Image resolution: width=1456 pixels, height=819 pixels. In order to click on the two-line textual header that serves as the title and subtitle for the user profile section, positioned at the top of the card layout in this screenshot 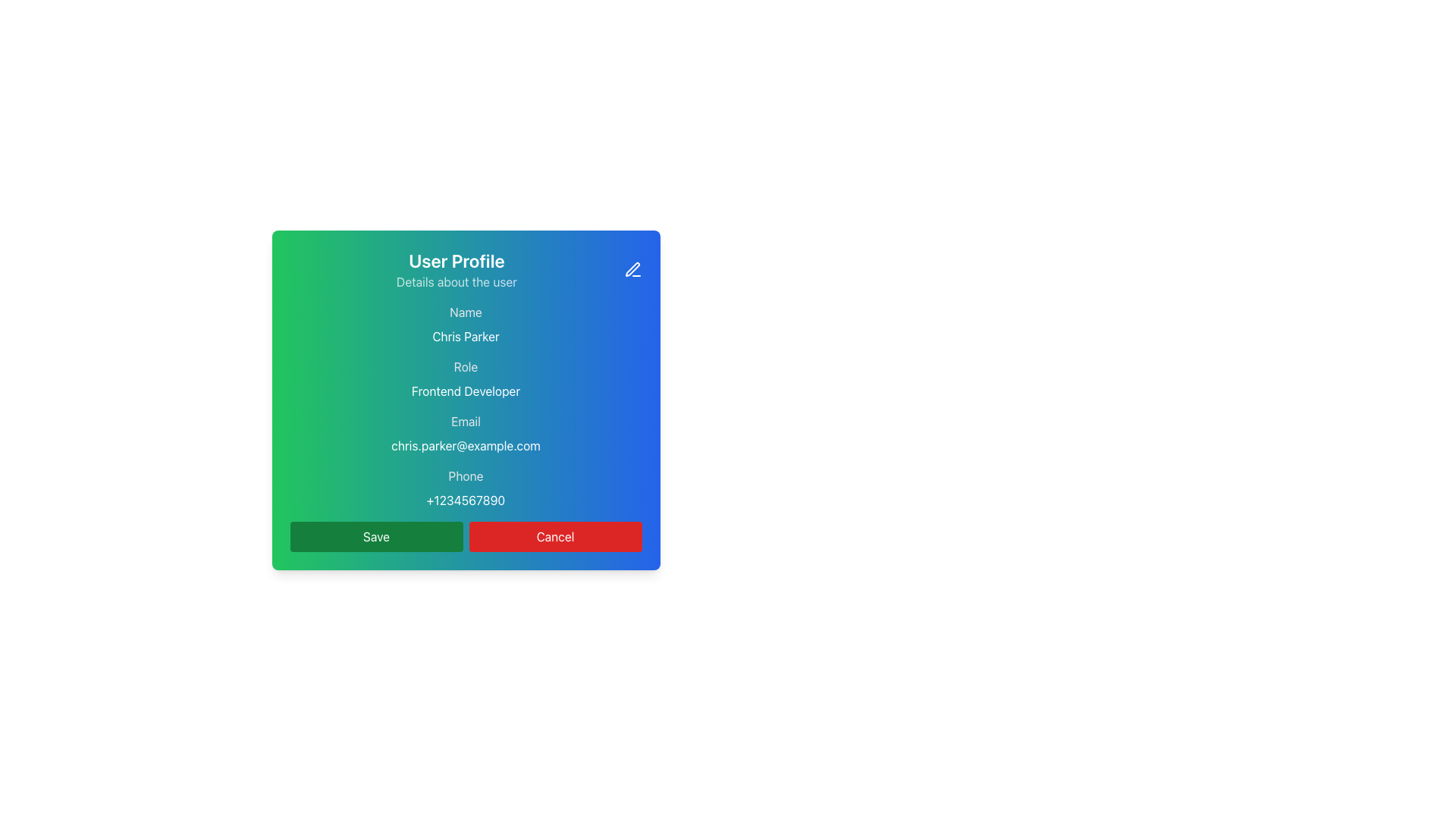, I will do `click(456, 268)`.